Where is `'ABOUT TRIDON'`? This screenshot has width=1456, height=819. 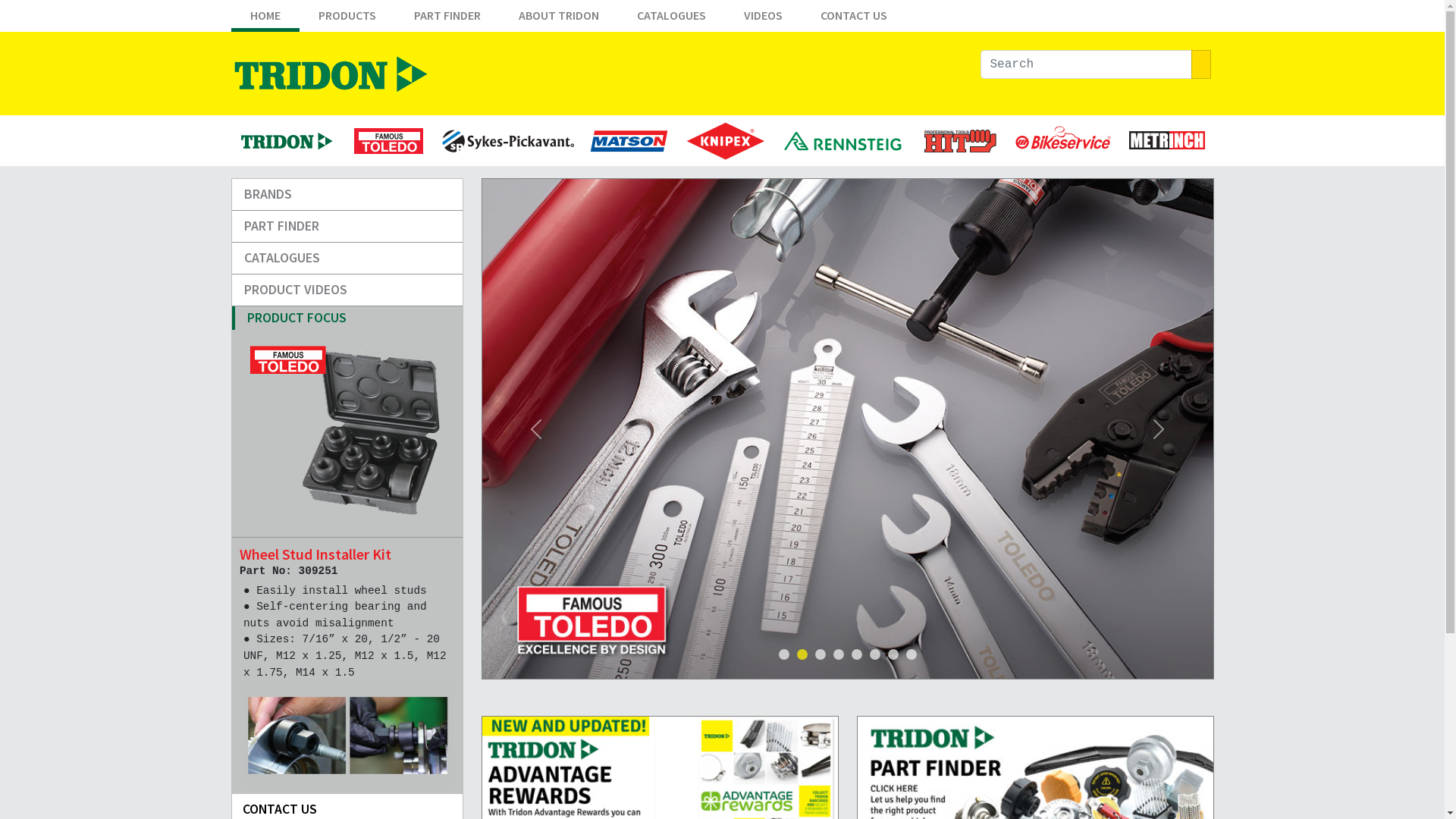 'ABOUT TRIDON' is located at coordinates (557, 18).